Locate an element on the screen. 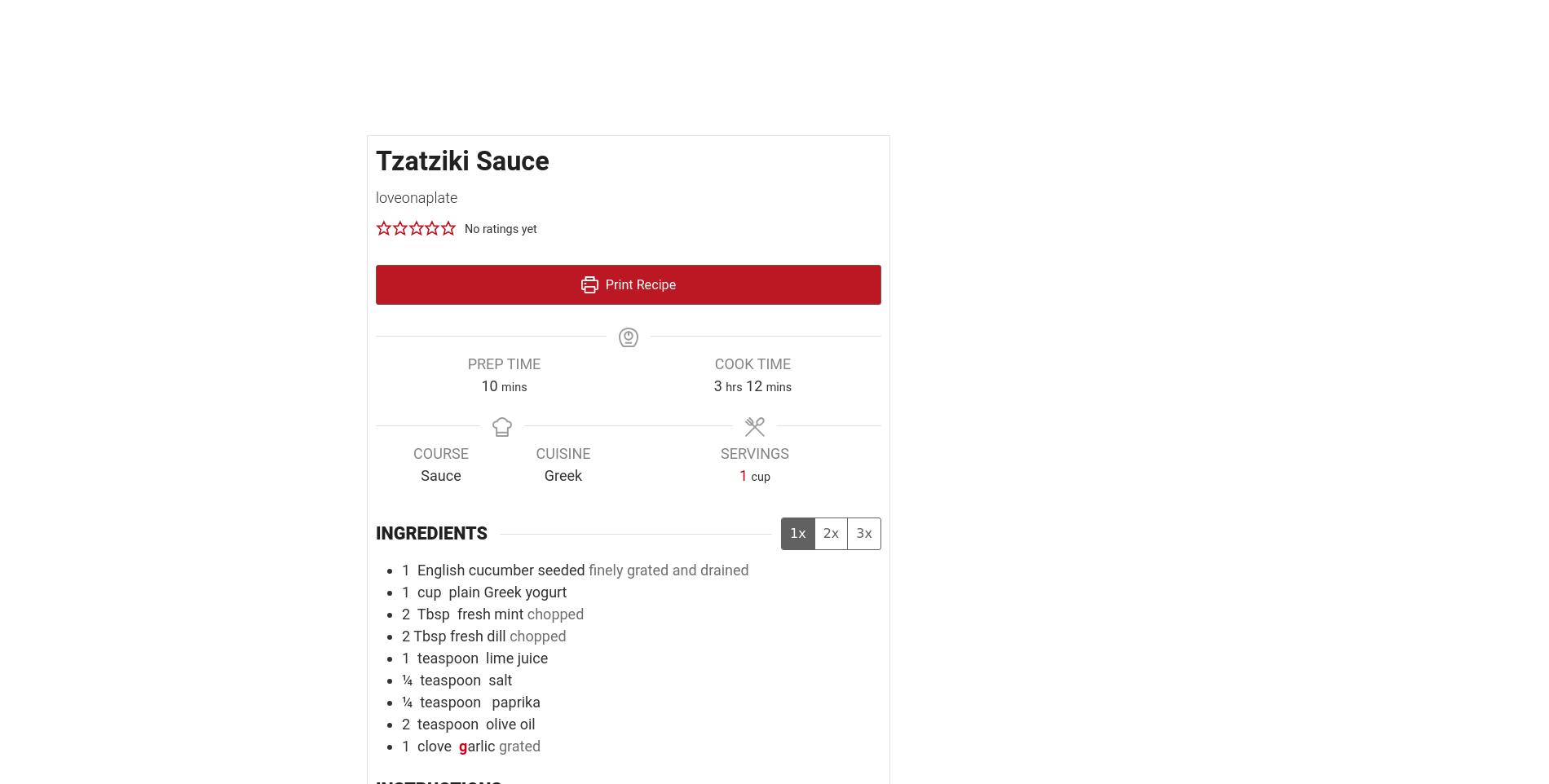 The image size is (1549, 784). 'No ratings yet' is located at coordinates (464, 229).